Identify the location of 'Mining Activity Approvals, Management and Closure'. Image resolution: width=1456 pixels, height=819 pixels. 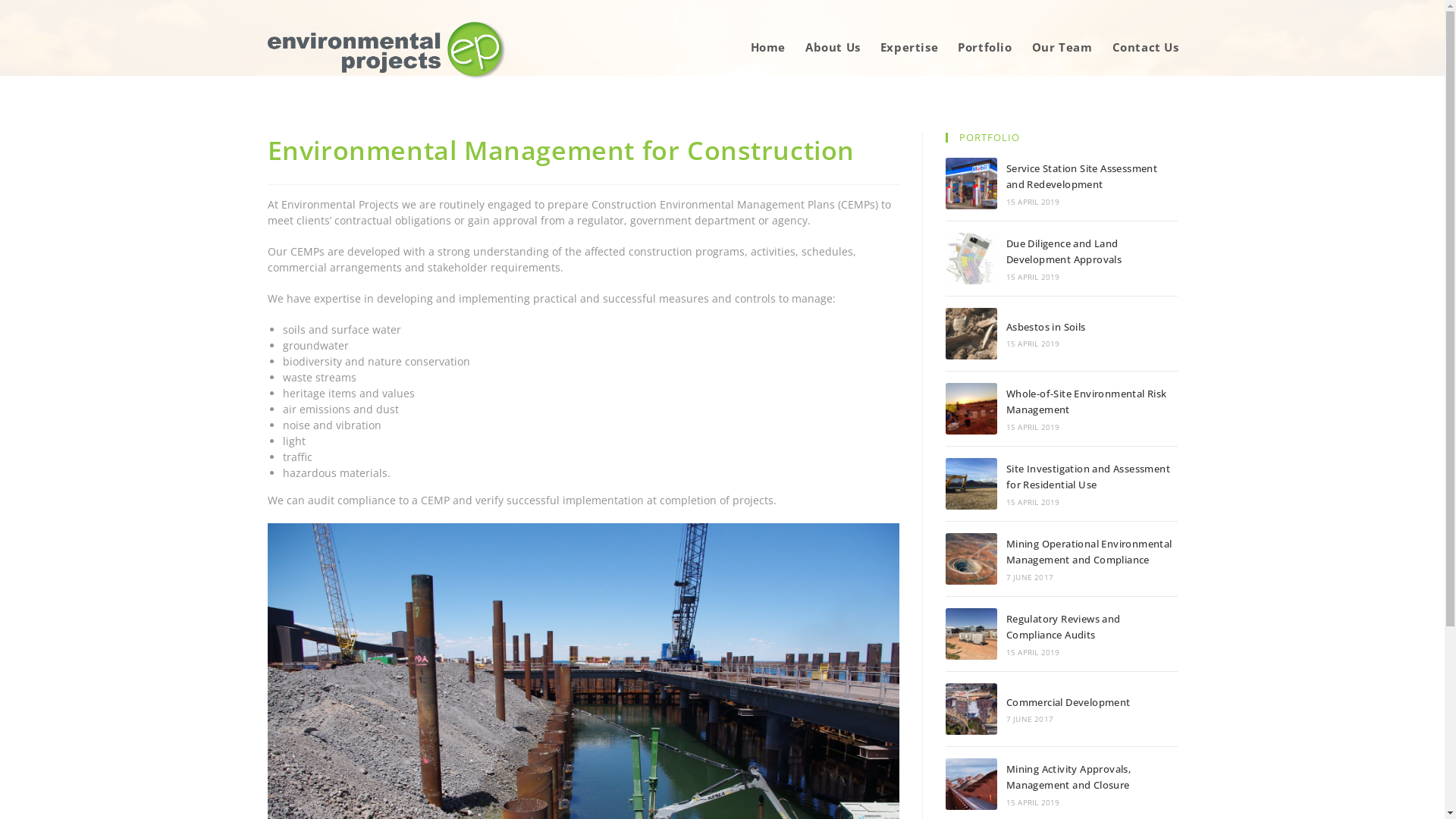
(1068, 777).